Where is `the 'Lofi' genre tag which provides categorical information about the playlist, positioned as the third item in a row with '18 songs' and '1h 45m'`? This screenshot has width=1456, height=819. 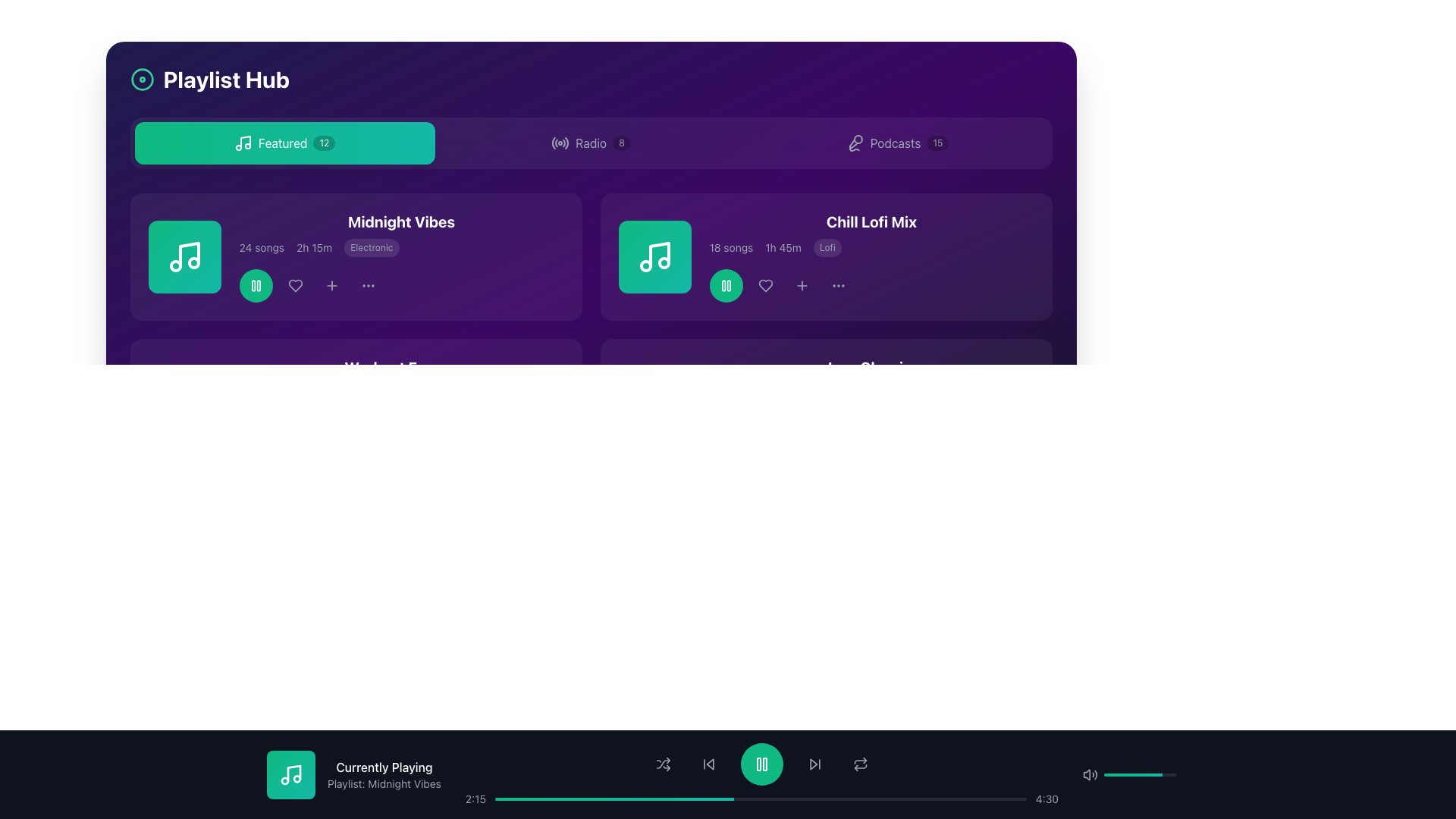 the 'Lofi' genre tag which provides categorical information about the playlist, positioned as the third item in a row with '18 songs' and '1h 45m' is located at coordinates (827, 247).